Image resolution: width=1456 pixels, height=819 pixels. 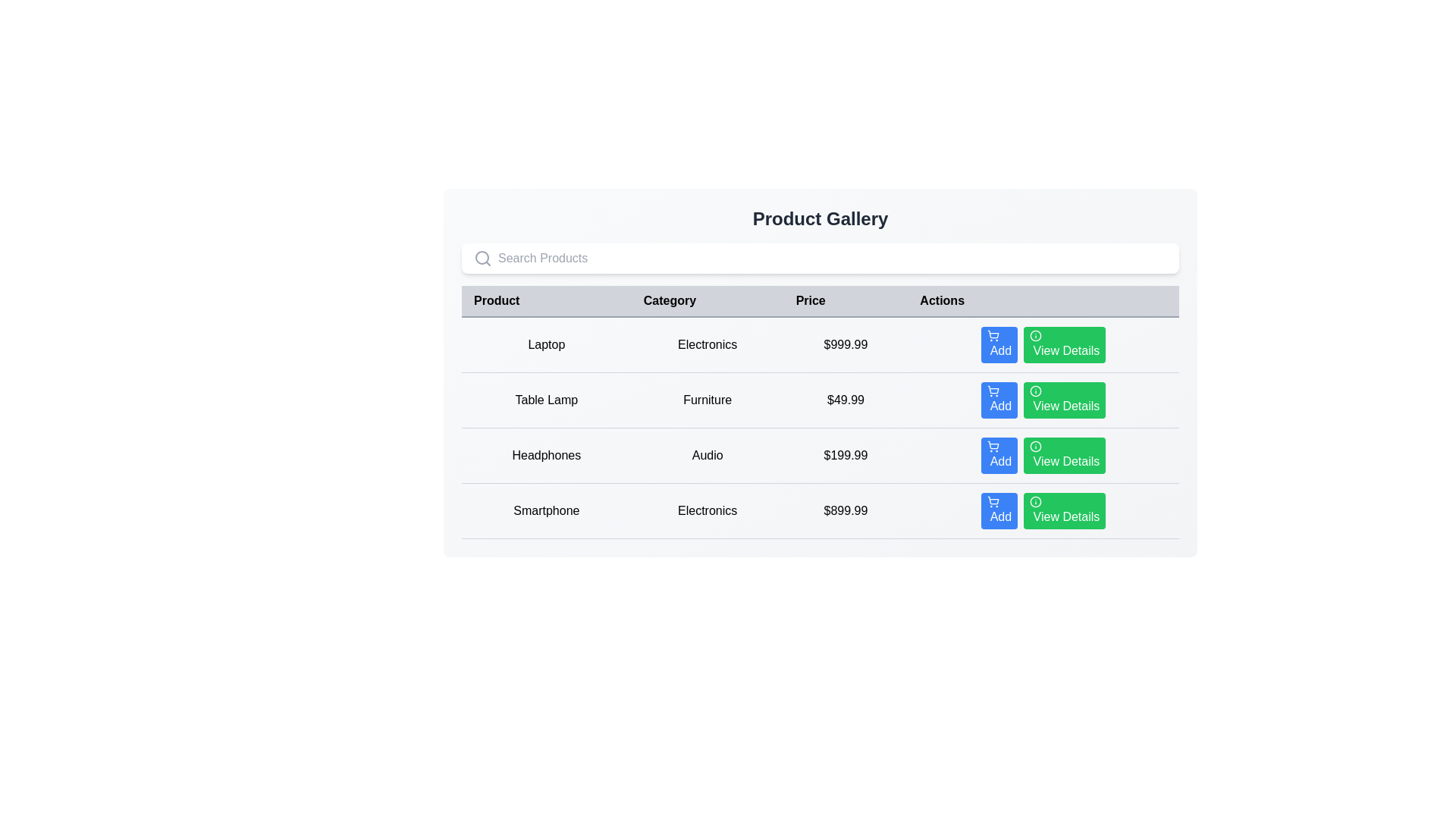 I want to click on the button in the last row of the table under the 'Actions' column, so click(x=1043, y=511).